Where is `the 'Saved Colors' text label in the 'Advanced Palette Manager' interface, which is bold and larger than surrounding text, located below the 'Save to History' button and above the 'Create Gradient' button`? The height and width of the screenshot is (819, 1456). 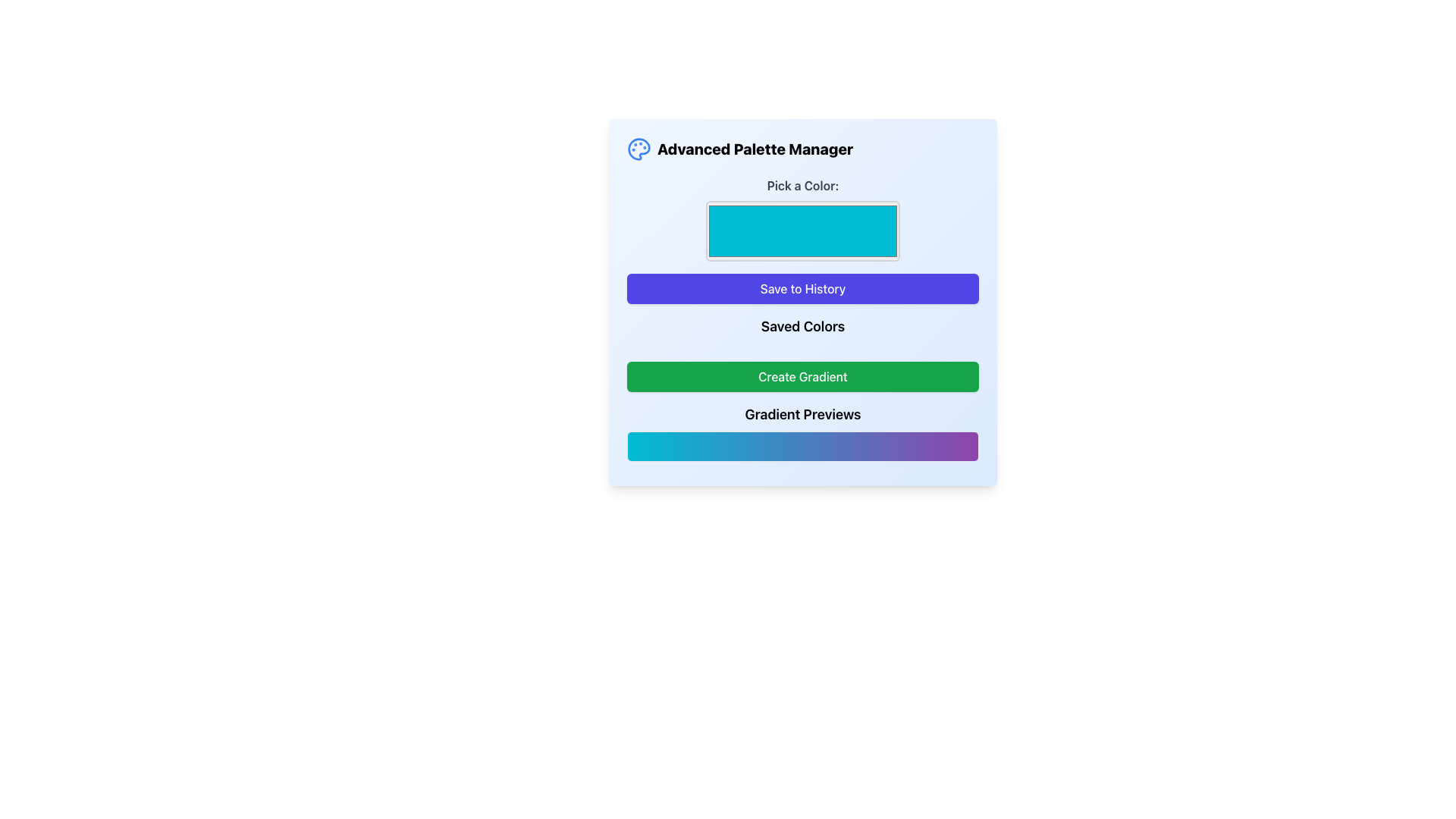 the 'Saved Colors' text label in the 'Advanced Palette Manager' interface, which is bold and larger than surrounding text, located below the 'Save to History' button and above the 'Create Gradient' button is located at coordinates (802, 329).